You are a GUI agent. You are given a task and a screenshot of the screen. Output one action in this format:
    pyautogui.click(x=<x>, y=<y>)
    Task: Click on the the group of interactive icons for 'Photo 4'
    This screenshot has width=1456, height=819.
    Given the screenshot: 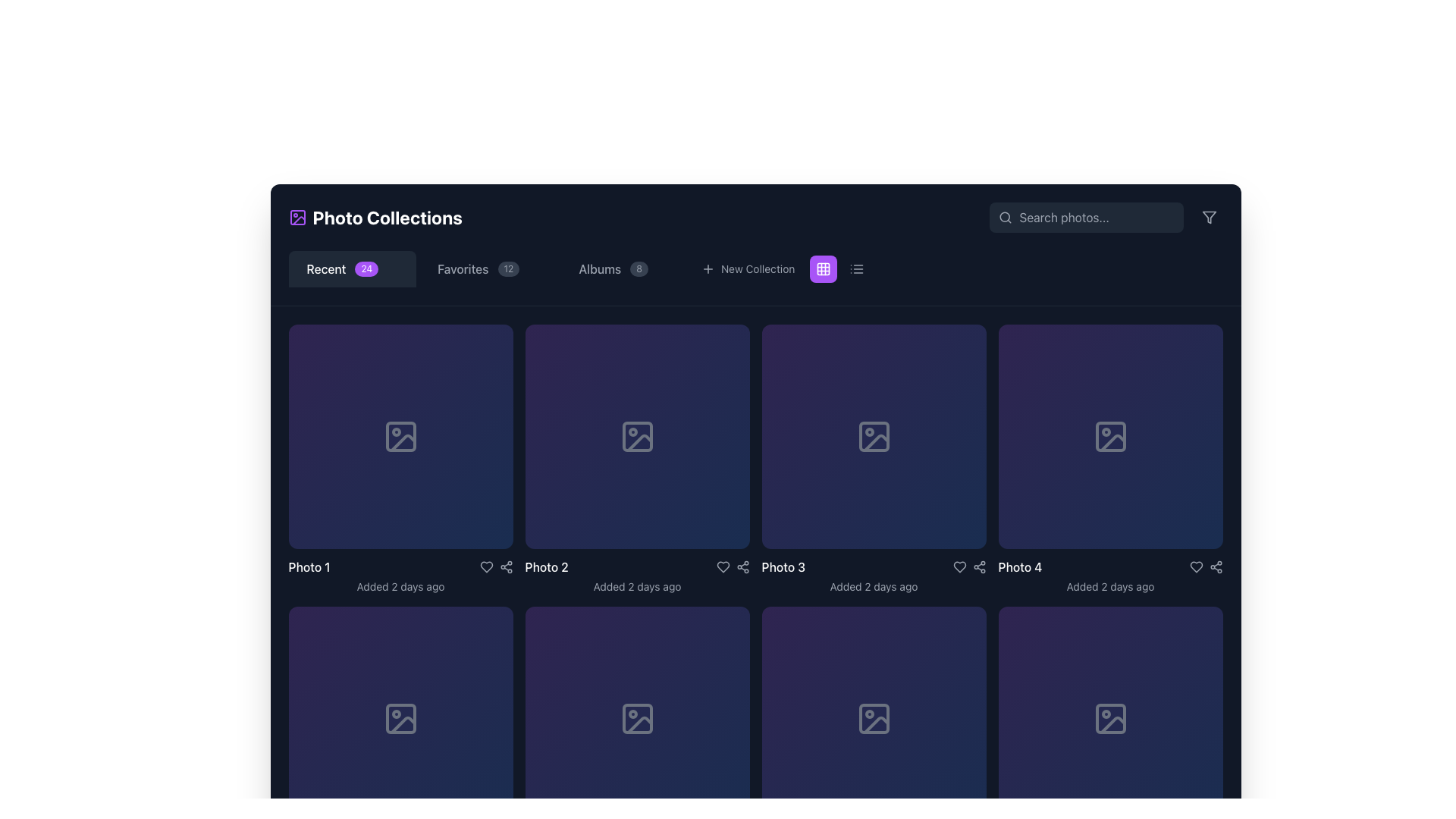 What is the action you would take?
    pyautogui.click(x=1205, y=567)
    